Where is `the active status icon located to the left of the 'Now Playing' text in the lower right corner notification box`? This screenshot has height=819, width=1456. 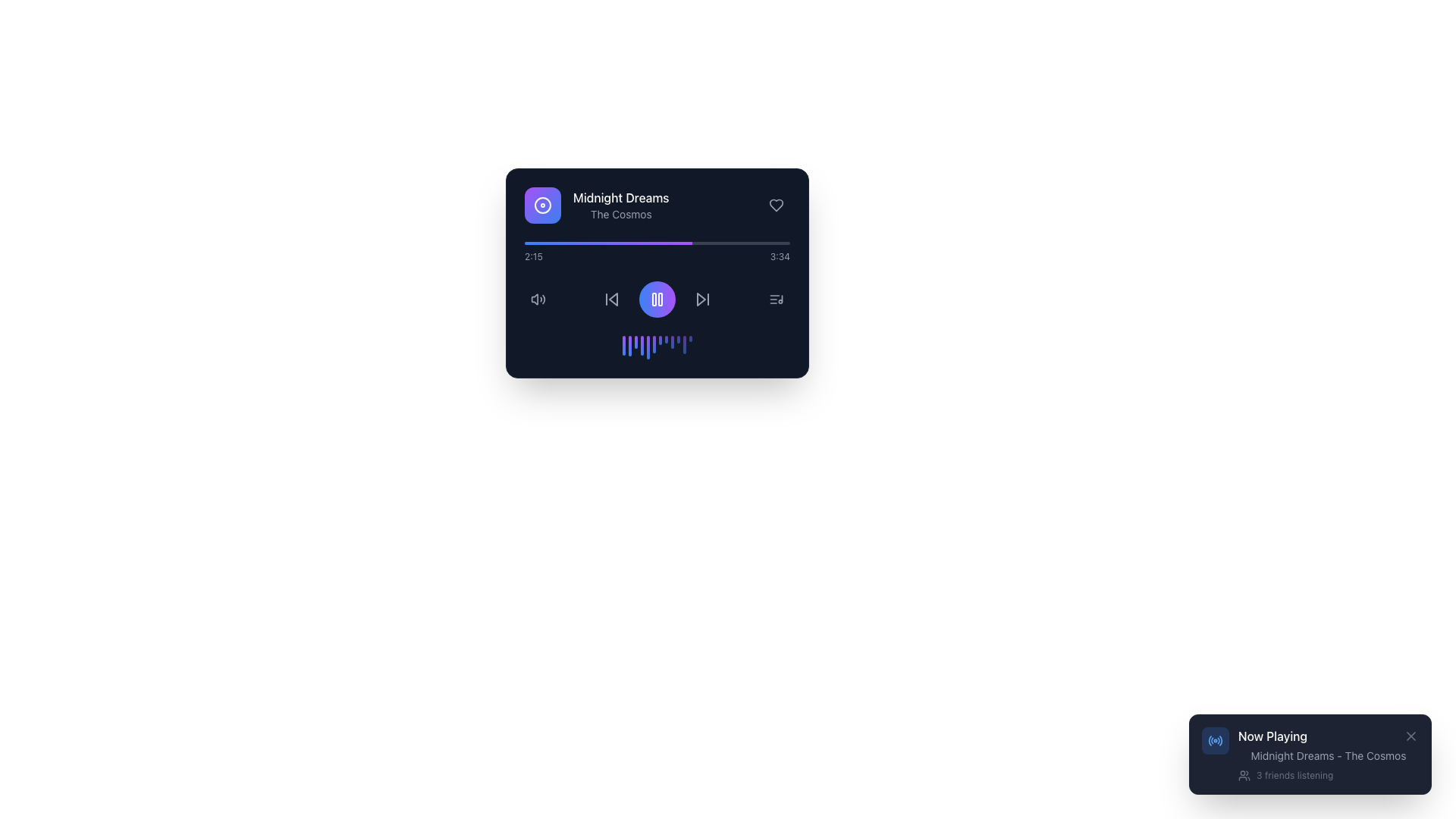 the active status icon located to the left of the 'Now Playing' text in the lower right corner notification box is located at coordinates (1216, 739).